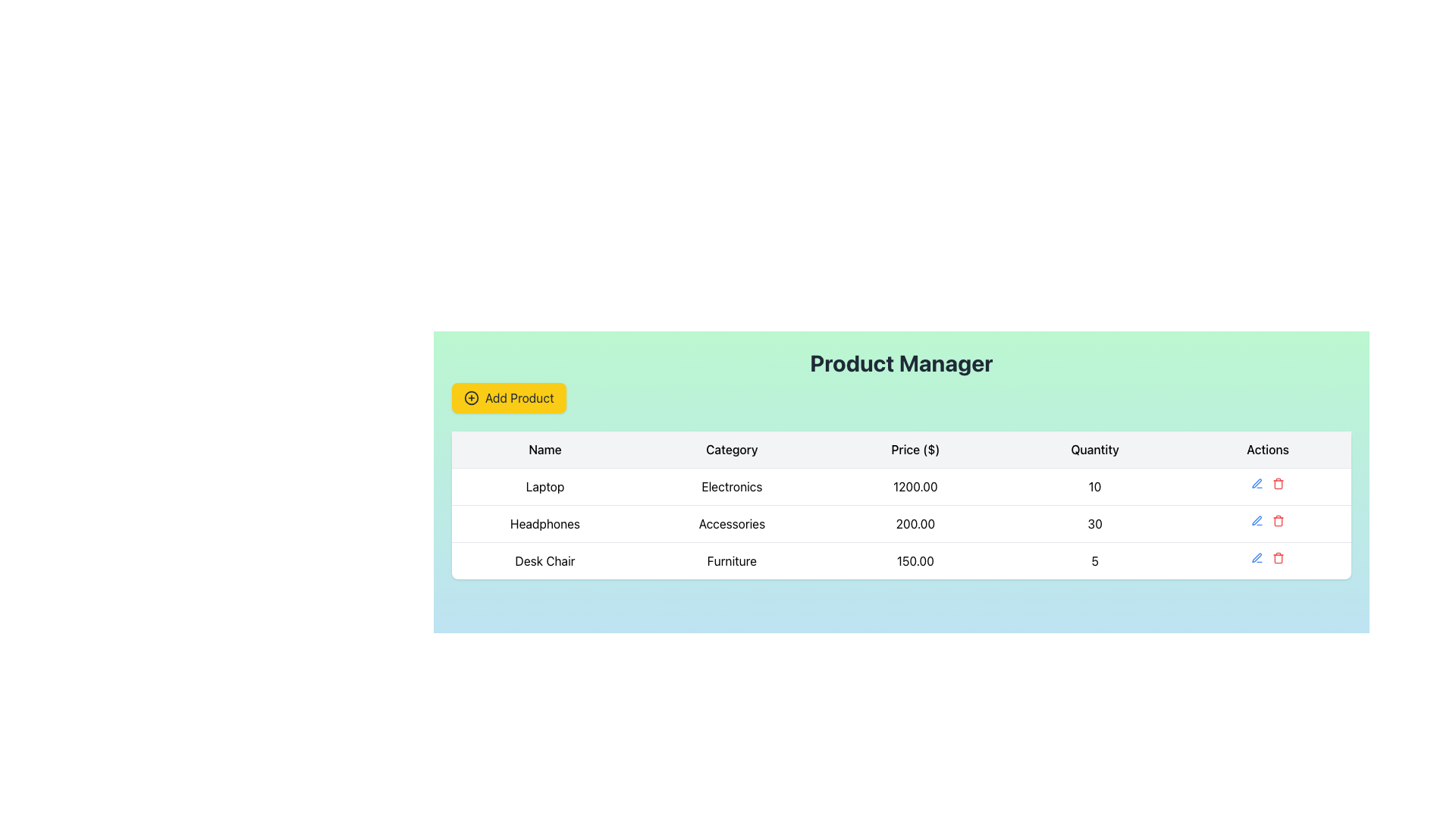 The image size is (1456, 819). I want to click on the hollow circle component of the 'Add Product' icon, which is part of a larger circular icon with a plus symbol located above the product table, so click(471, 397).